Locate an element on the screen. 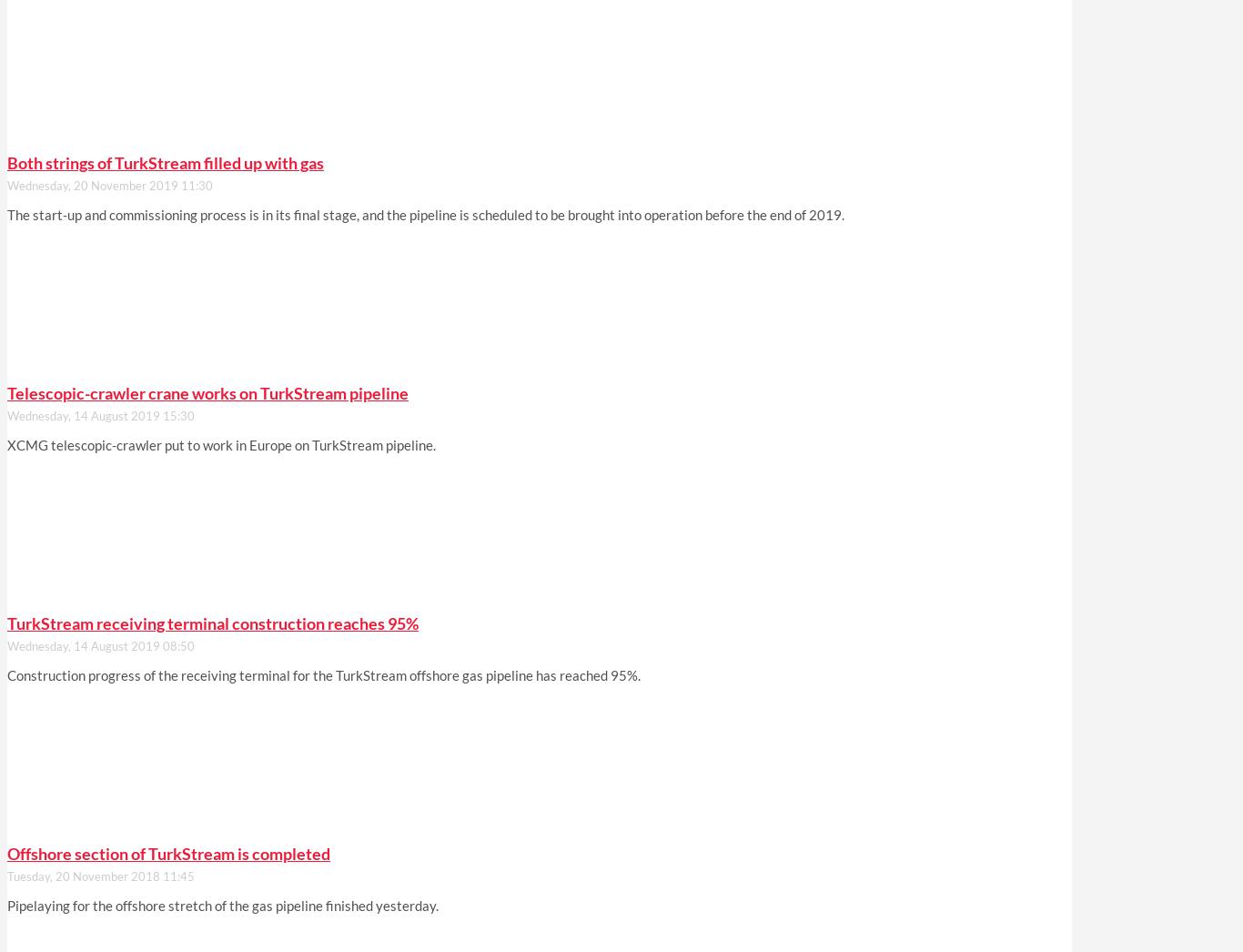 The image size is (1243, 952). 'Wednesday, 14 August 2019 08:50' is located at coordinates (101, 646).